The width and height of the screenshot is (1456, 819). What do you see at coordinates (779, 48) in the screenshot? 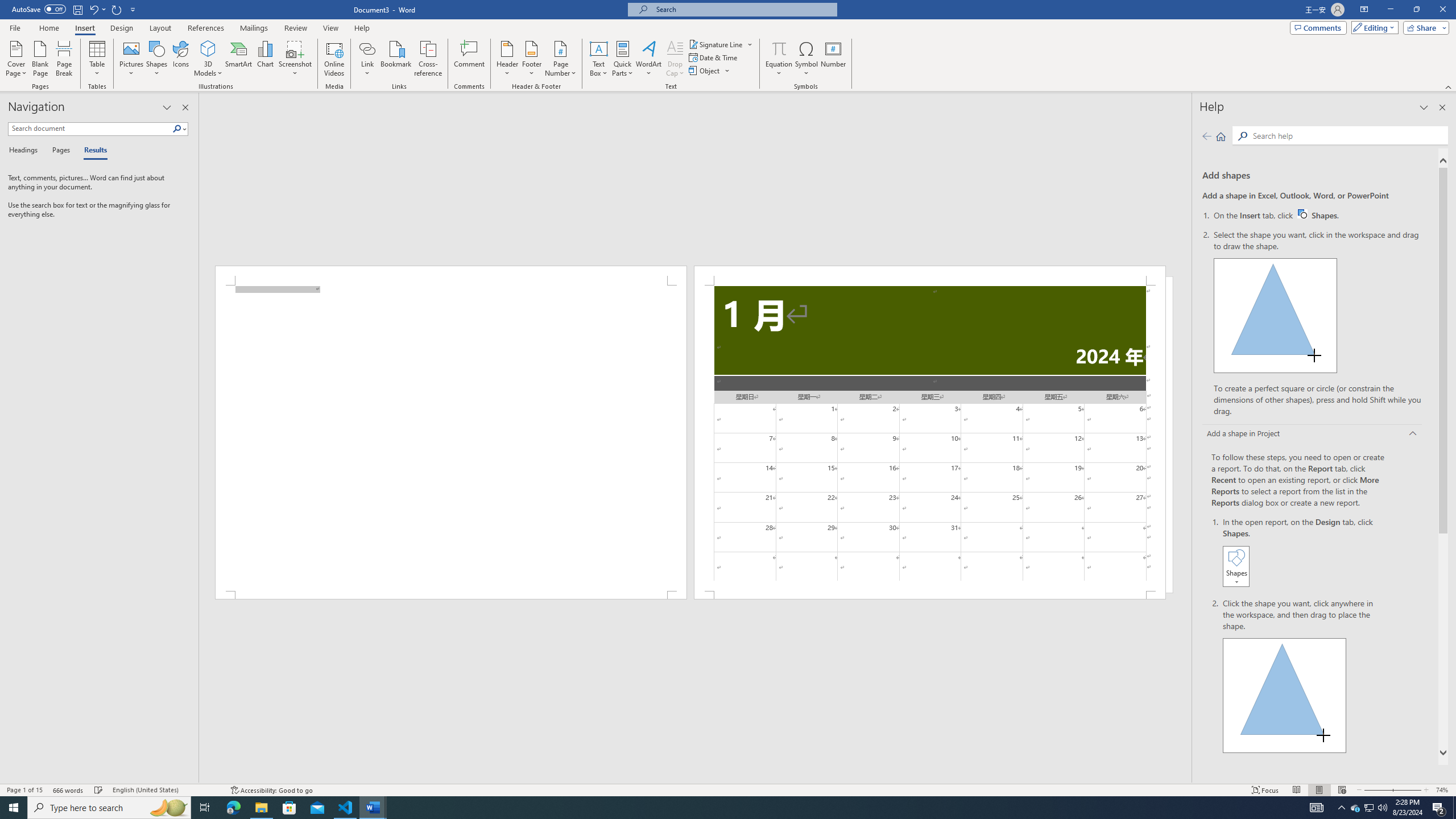
I see `'Equation'` at bounding box center [779, 48].